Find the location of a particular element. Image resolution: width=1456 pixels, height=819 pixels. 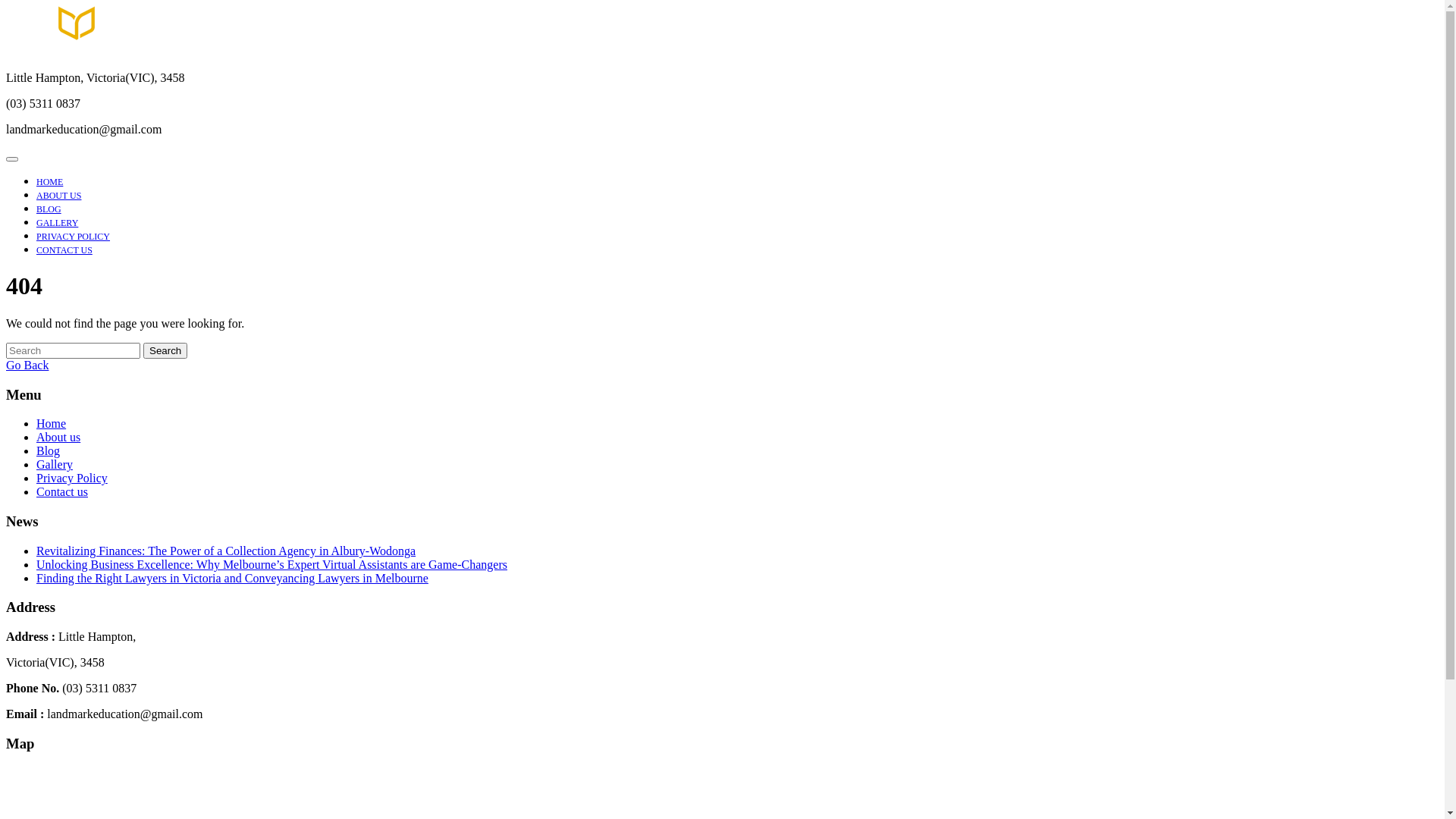

'Search' is located at coordinates (165, 350).